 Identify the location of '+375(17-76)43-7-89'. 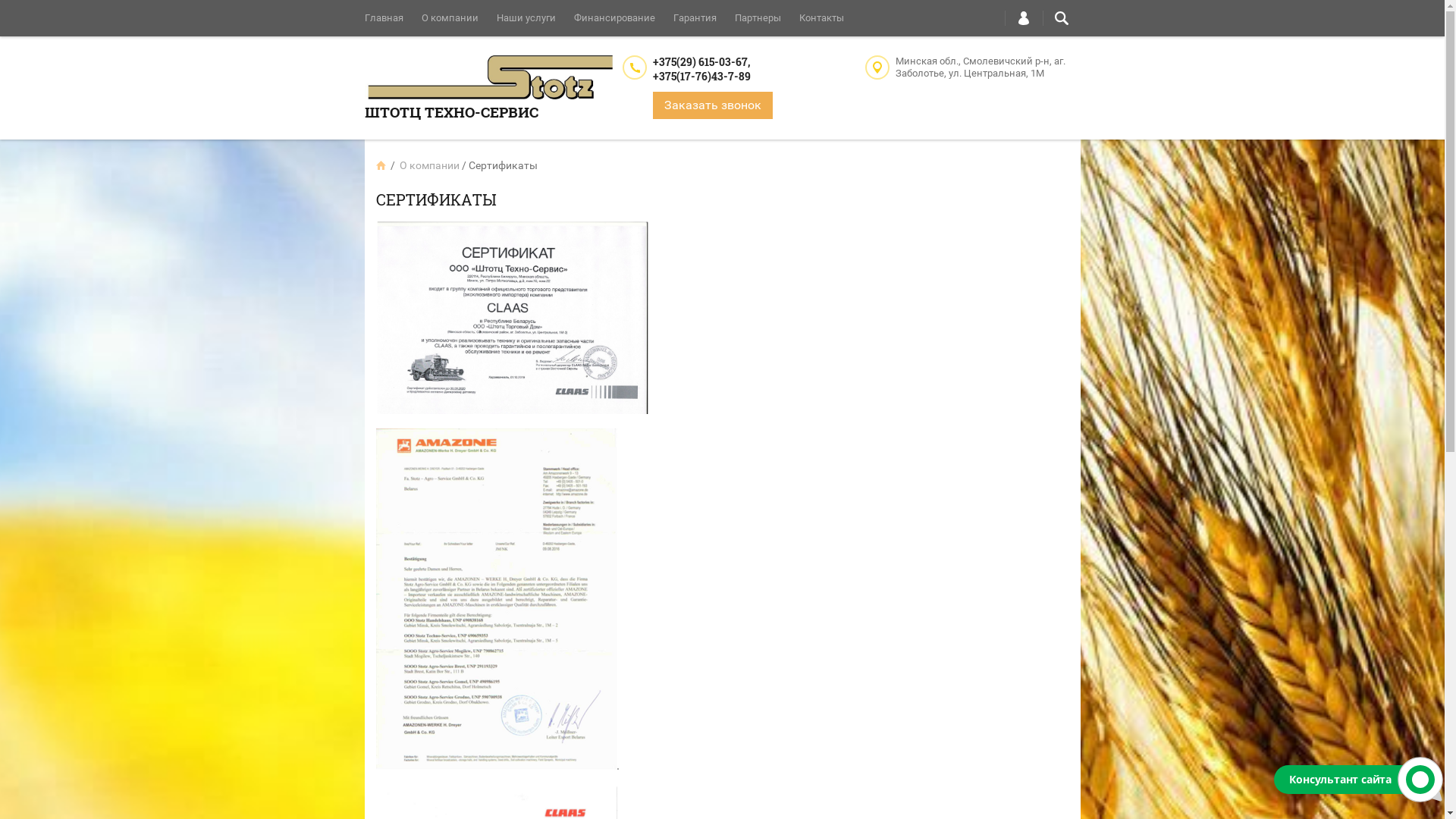
(651, 76).